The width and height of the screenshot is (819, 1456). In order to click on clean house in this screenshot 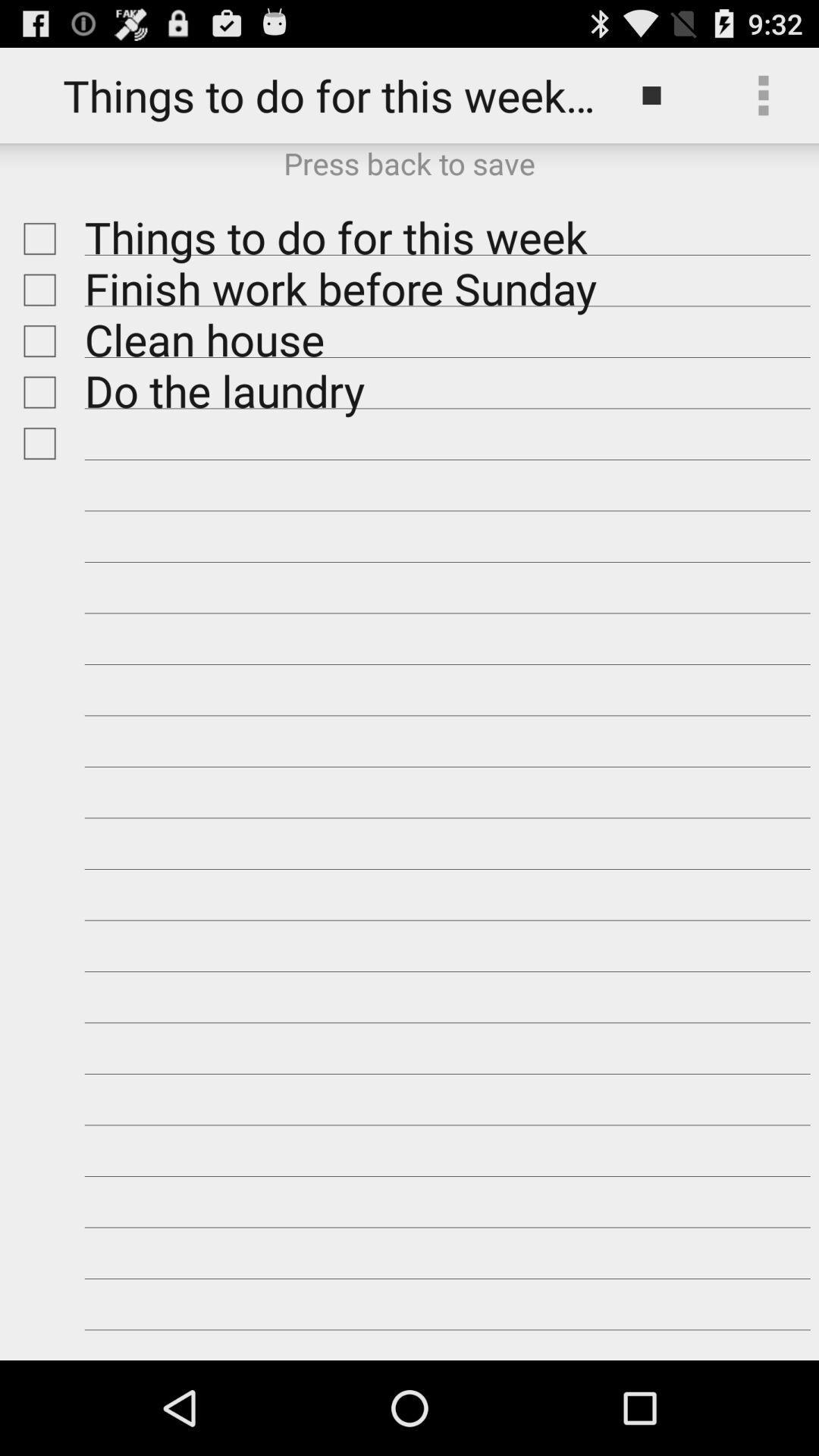, I will do `click(35, 340)`.